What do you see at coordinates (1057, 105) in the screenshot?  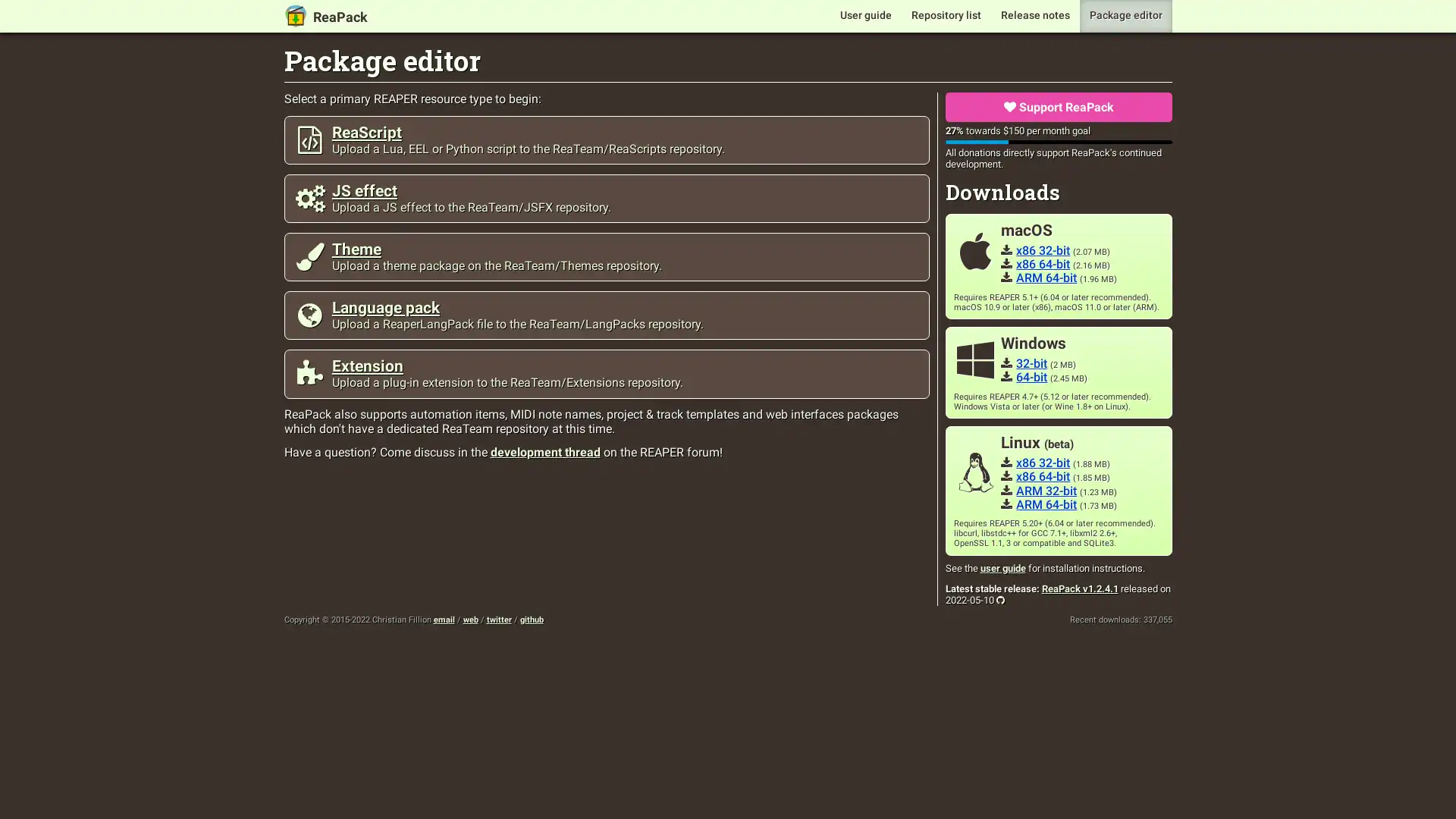 I see `Support ReaPack` at bounding box center [1057, 105].